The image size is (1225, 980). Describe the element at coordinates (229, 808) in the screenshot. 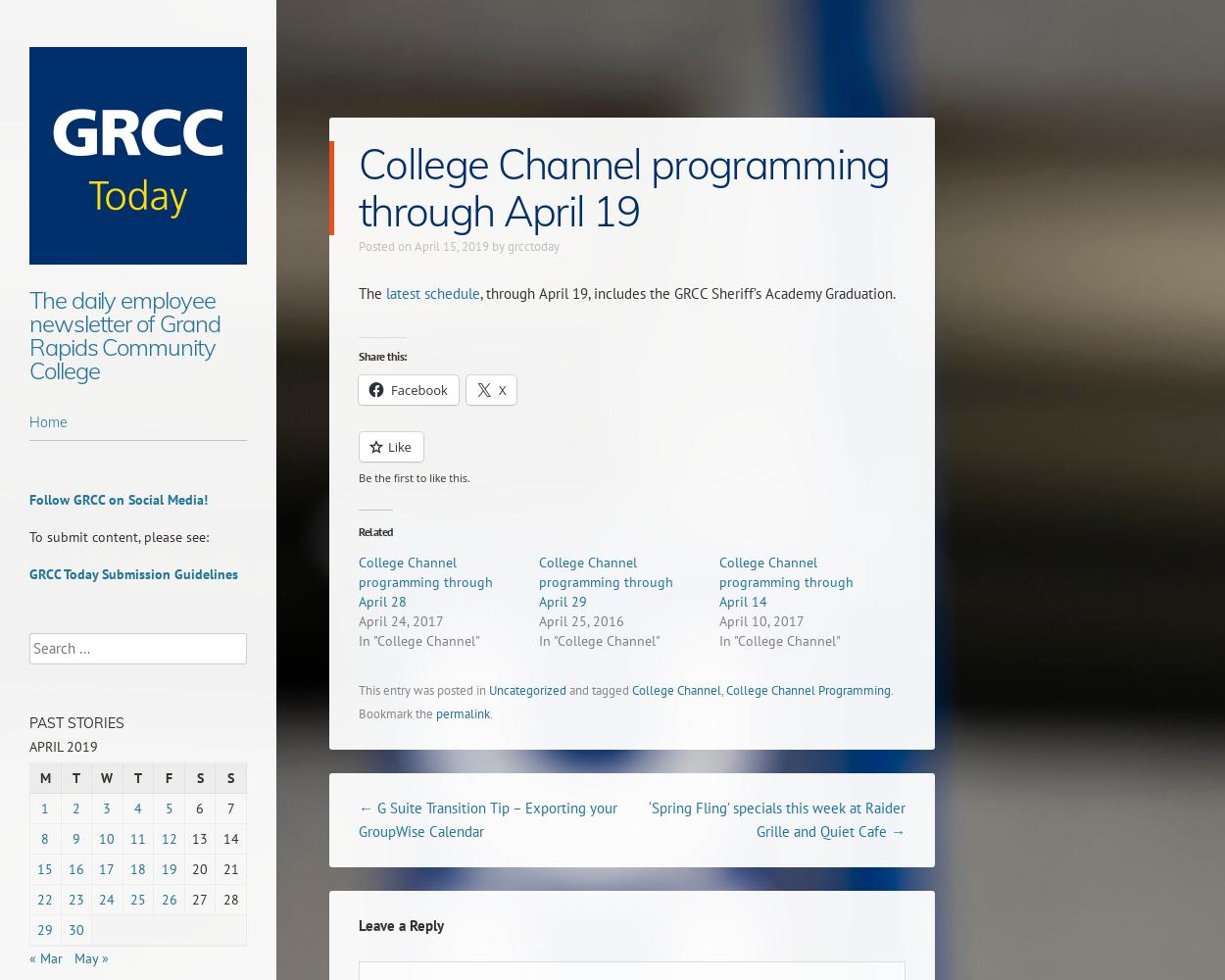

I see `'7'` at that location.